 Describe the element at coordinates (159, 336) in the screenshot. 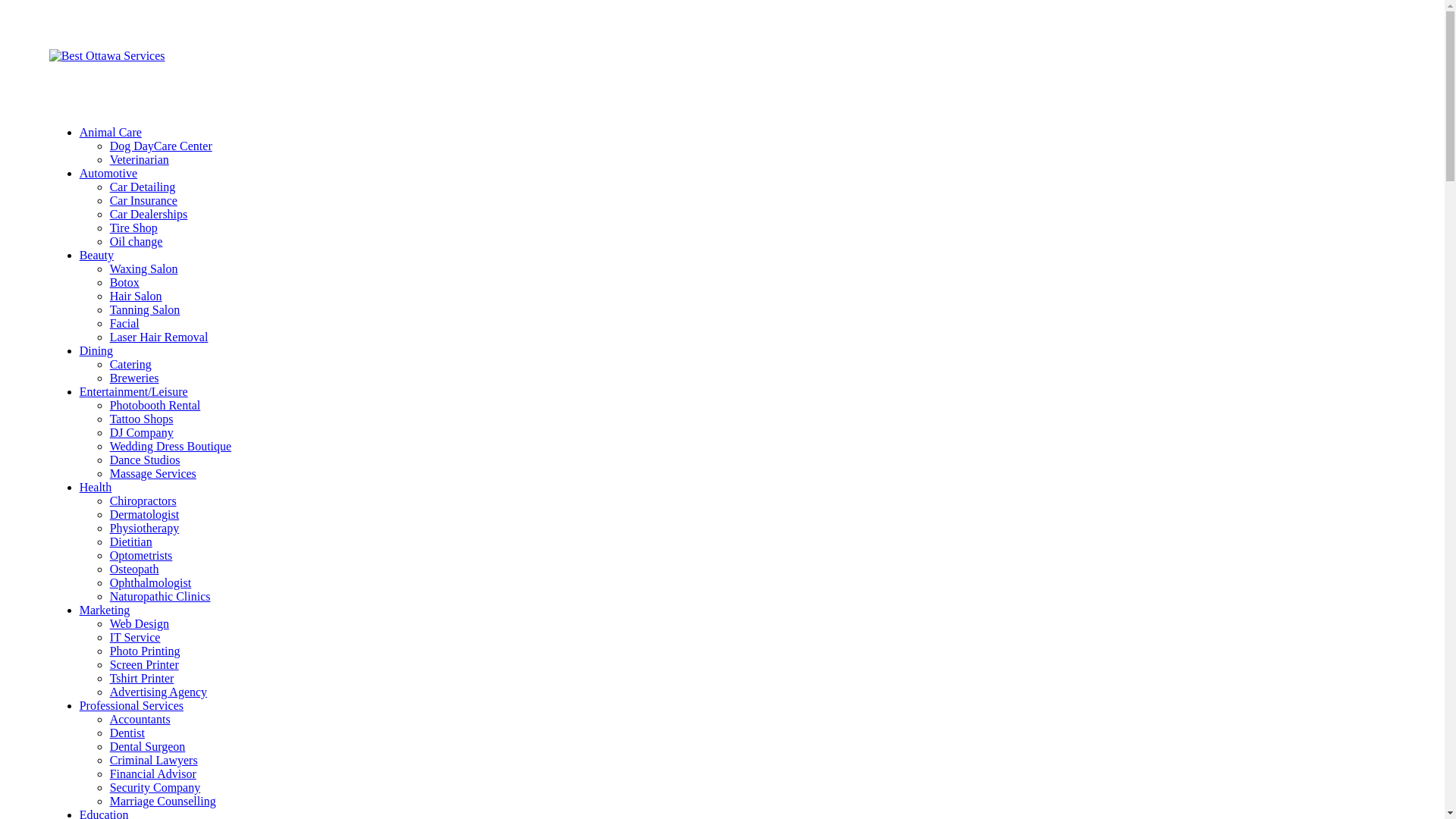

I see `'Laser Hair Removal'` at that location.